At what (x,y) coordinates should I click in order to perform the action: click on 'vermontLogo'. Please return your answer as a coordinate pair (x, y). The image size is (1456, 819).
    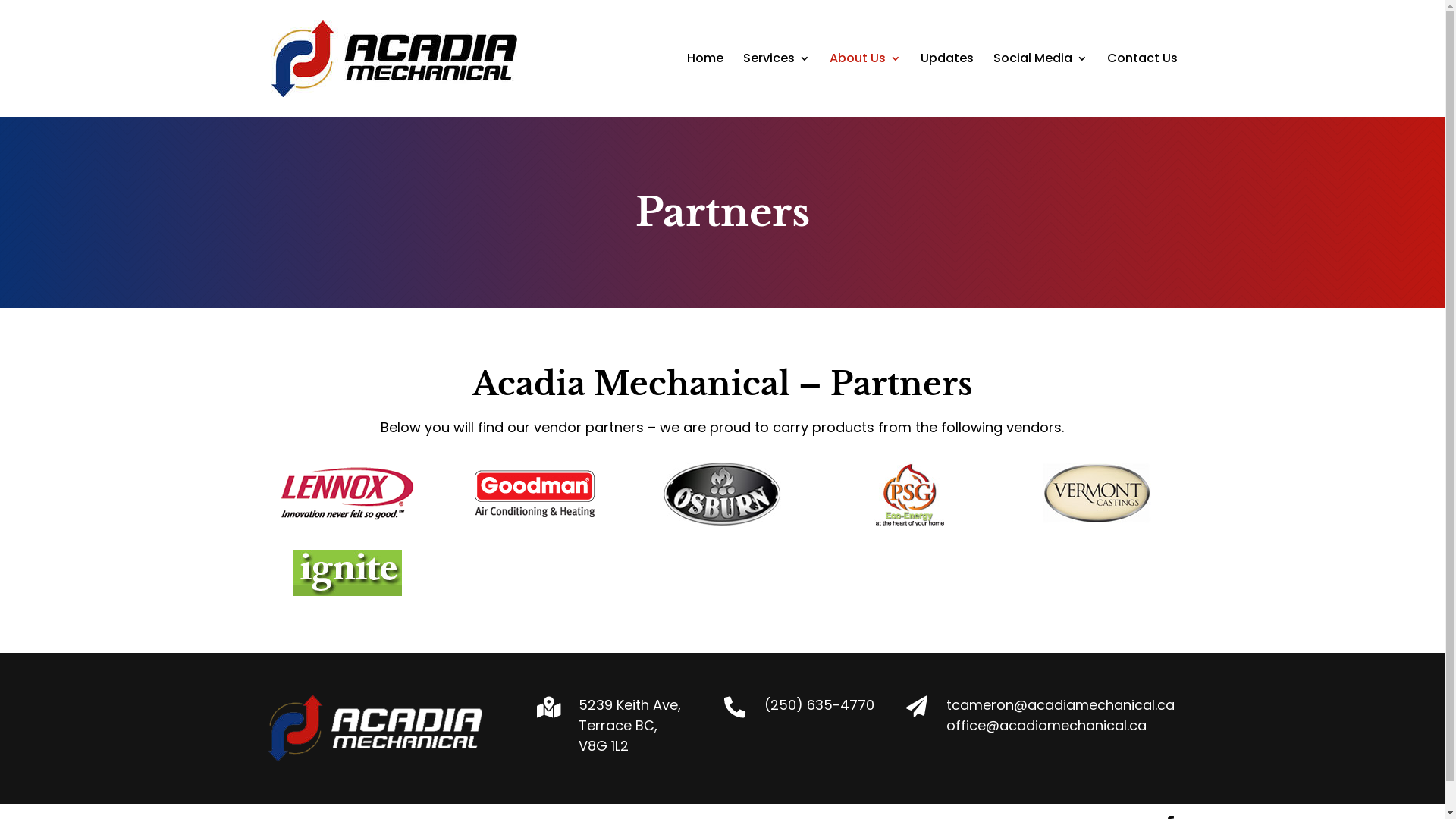
    Looking at the image, I should click on (1043, 494).